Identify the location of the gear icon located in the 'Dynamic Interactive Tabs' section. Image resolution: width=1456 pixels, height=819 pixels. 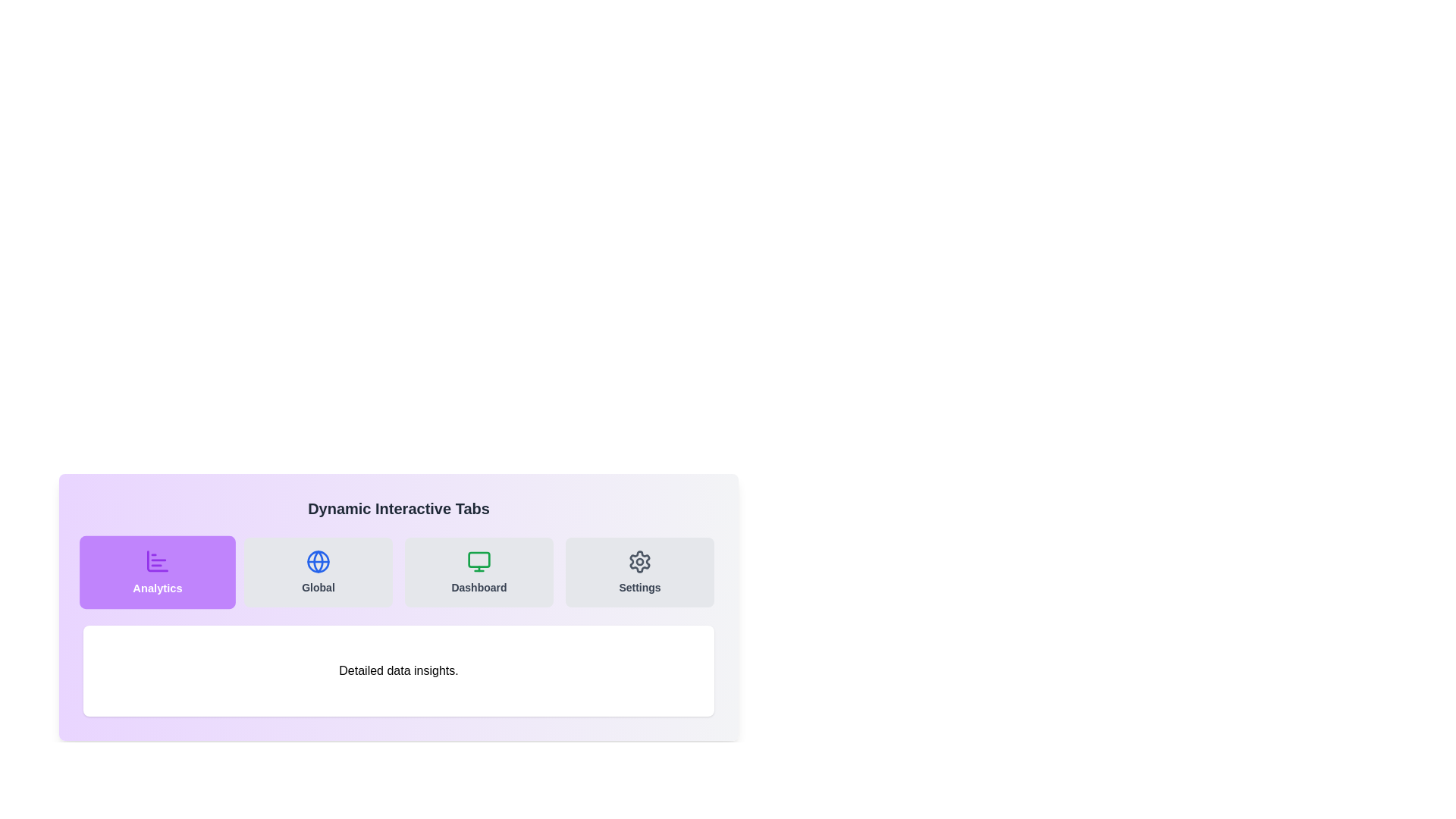
(640, 561).